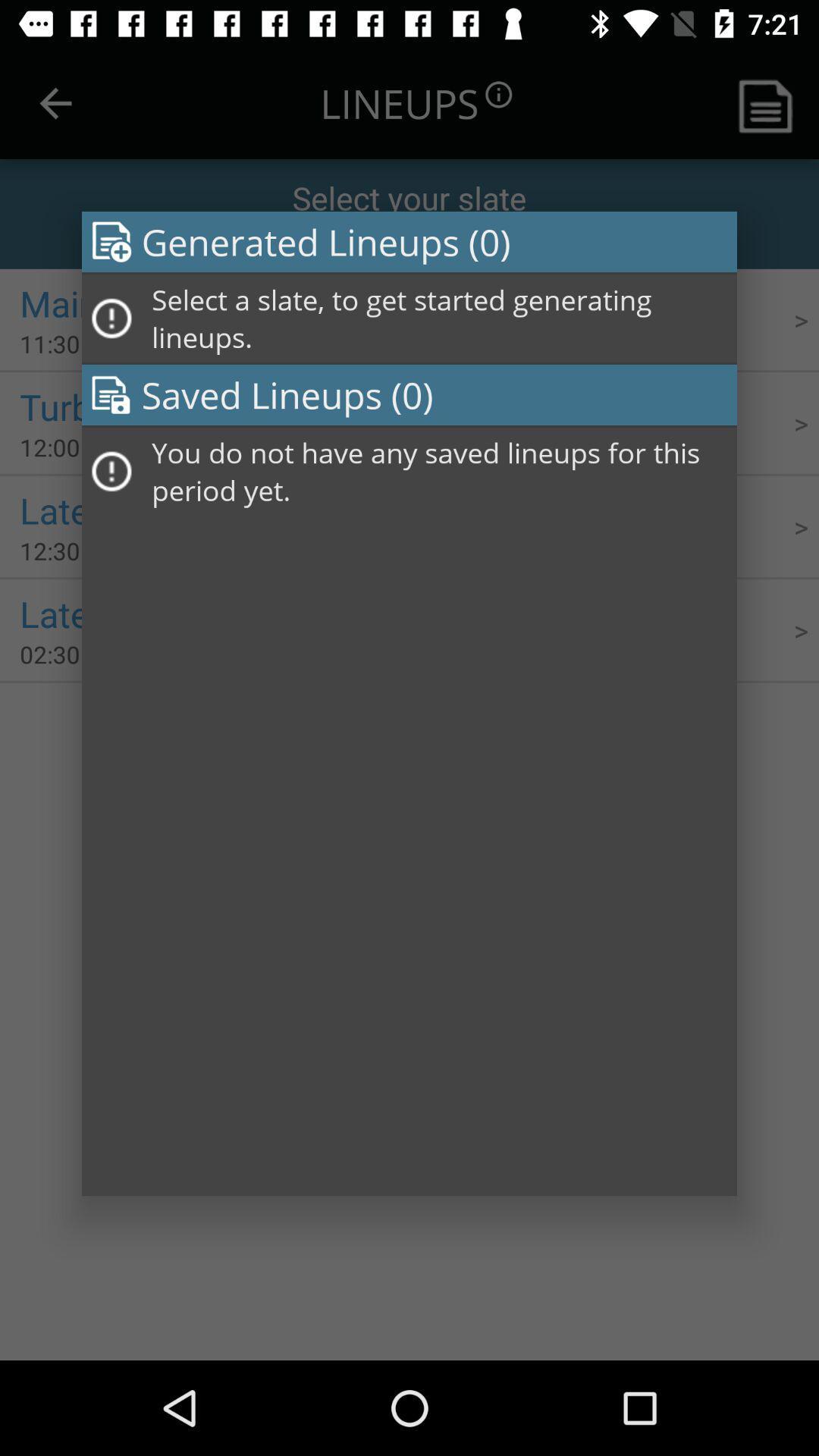  What do you see at coordinates (439, 318) in the screenshot?
I see `item above the saved lineups (0) icon` at bounding box center [439, 318].